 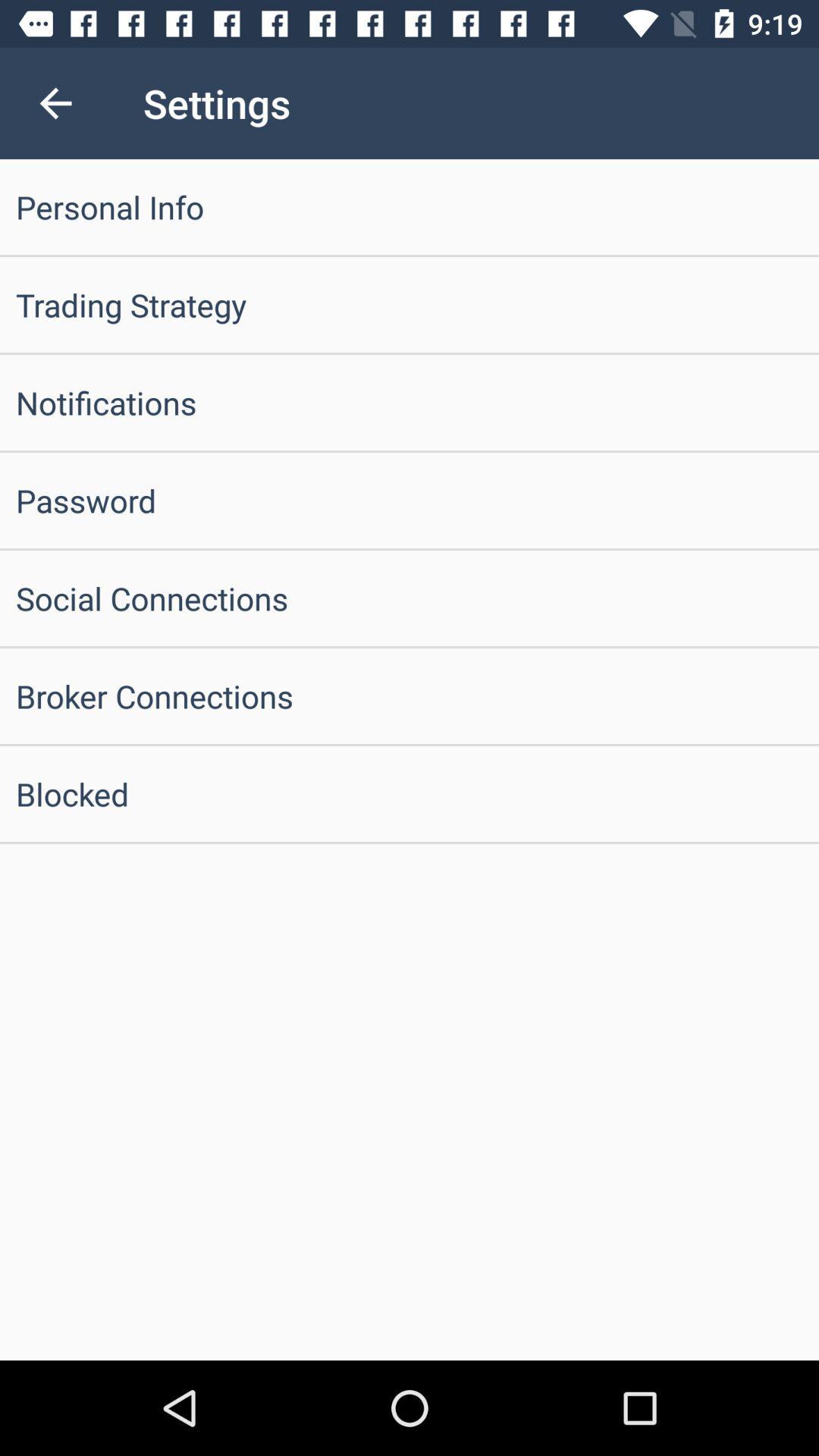 I want to click on trading strategy icon, so click(x=409, y=304).